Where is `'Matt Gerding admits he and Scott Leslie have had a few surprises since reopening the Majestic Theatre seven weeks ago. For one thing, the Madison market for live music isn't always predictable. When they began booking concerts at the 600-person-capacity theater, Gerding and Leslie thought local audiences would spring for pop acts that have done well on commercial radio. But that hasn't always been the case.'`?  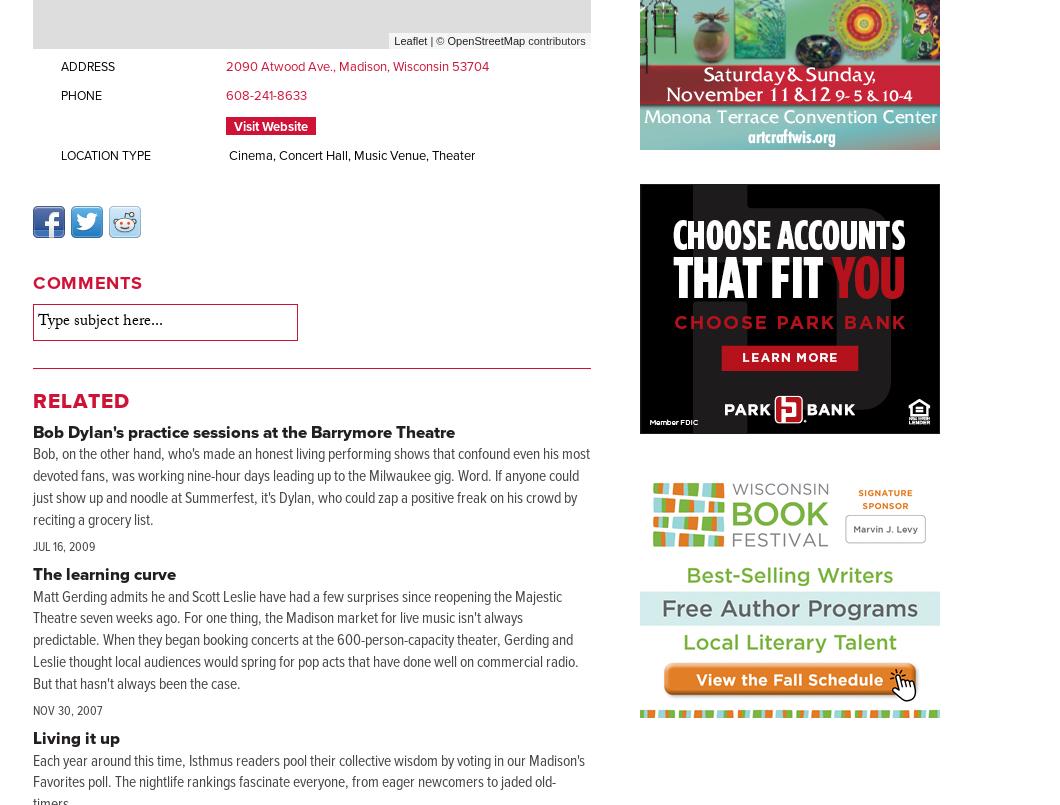
'Matt Gerding admits he and Scott Leslie have had a few surprises since reopening the Majestic Theatre seven weeks ago. For one thing, the Madison market for live music isn't always predictable. When they began booking concerts at the 600-person-capacity theater, Gerding and Leslie thought local audiences would spring for pop acts that have done well on commercial radio. But that hasn't always been the case.' is located at coordinates (306, 639).